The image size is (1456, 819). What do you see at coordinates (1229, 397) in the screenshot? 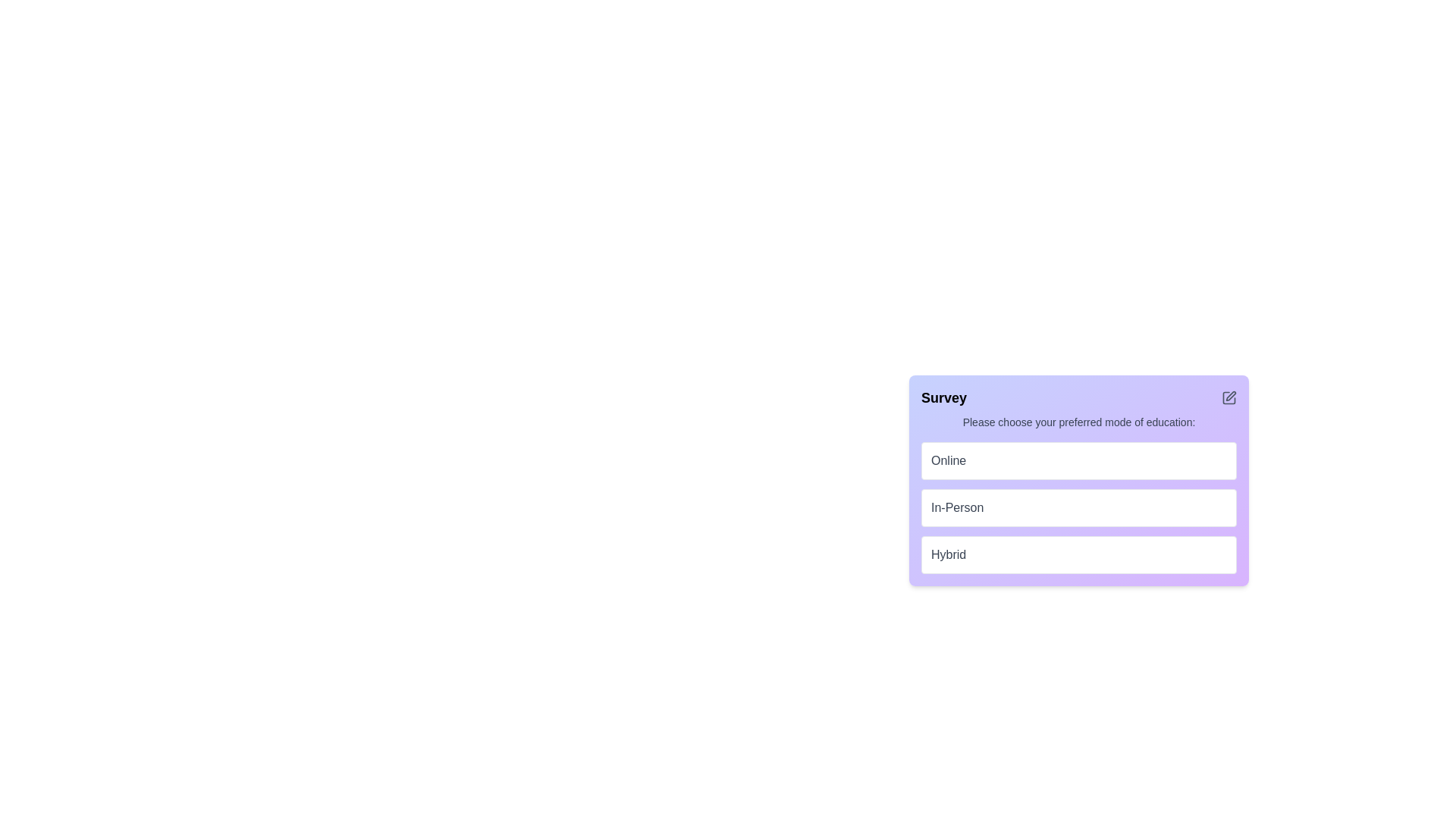
I see `the edit icon button represented by a pen icon located in the upper-right corner of the 'Survey' section` at bounding box center [1229, 397].